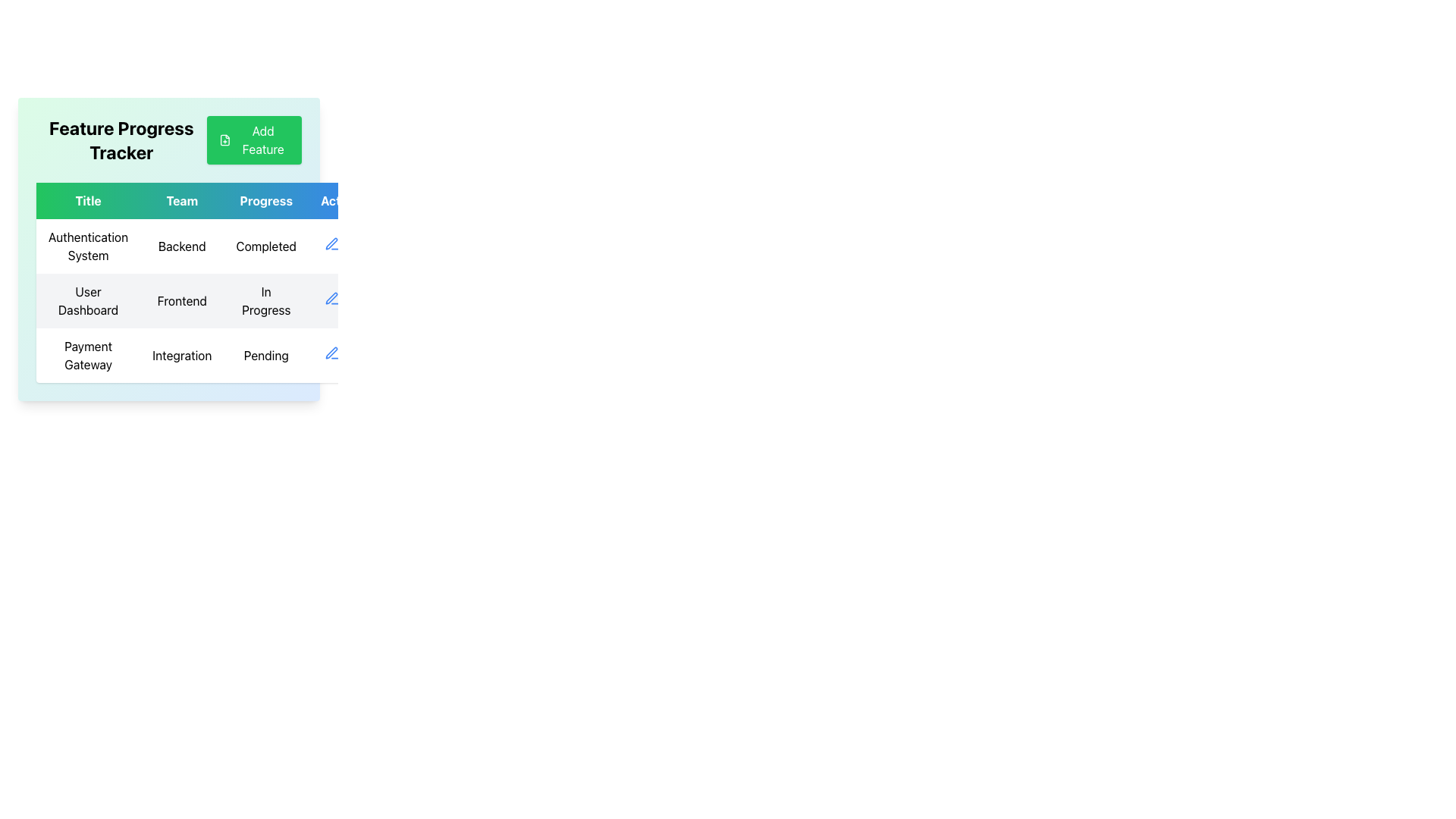 Image resolution: width=1456 pixels, height=819 pixels. I want to click on the edit icon associated with the 'User Dashboard' entry in the Action column of the table, so click(331, 298).